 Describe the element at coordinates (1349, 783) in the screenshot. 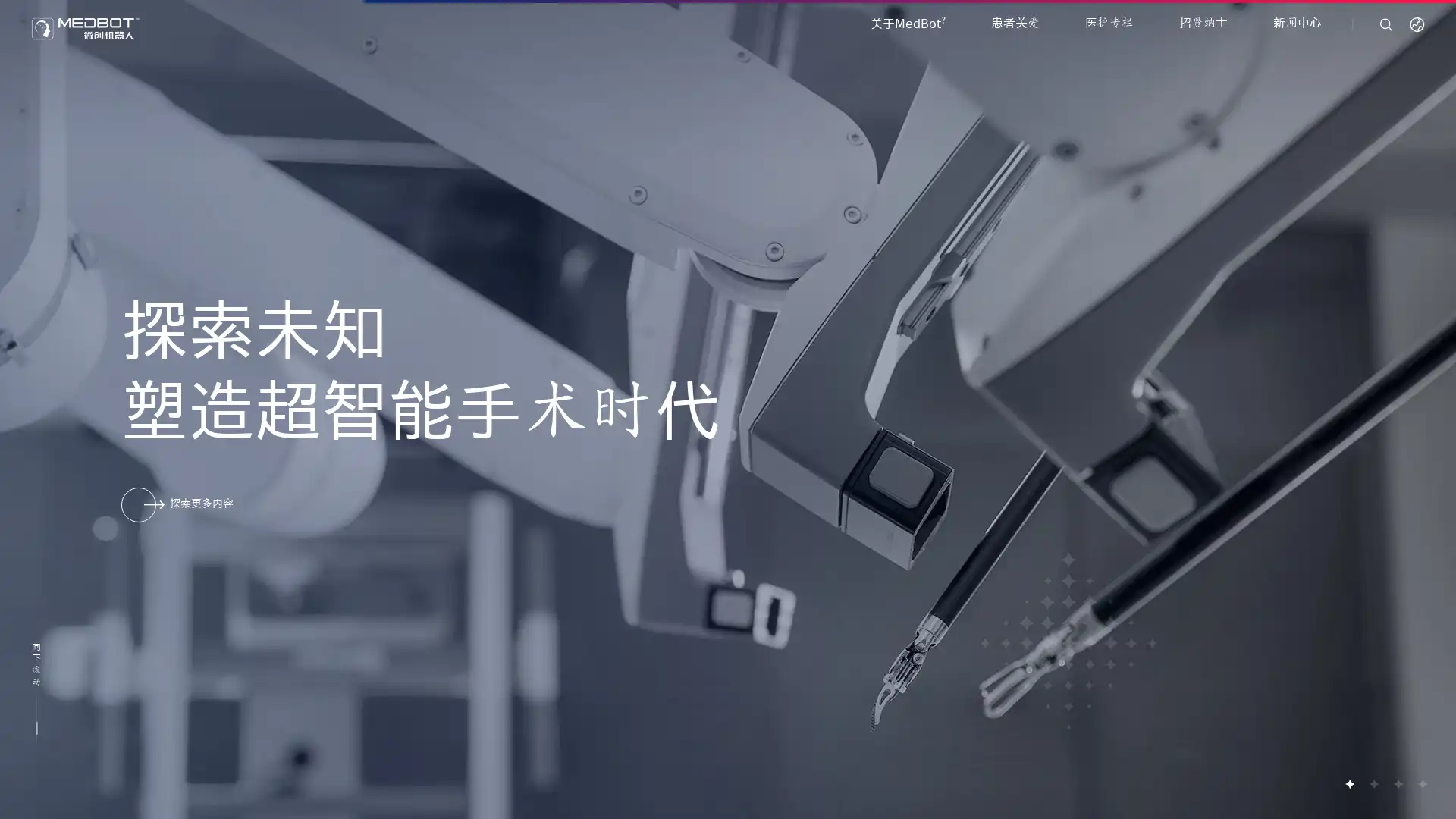

I see `Go to slide 1` at that location.